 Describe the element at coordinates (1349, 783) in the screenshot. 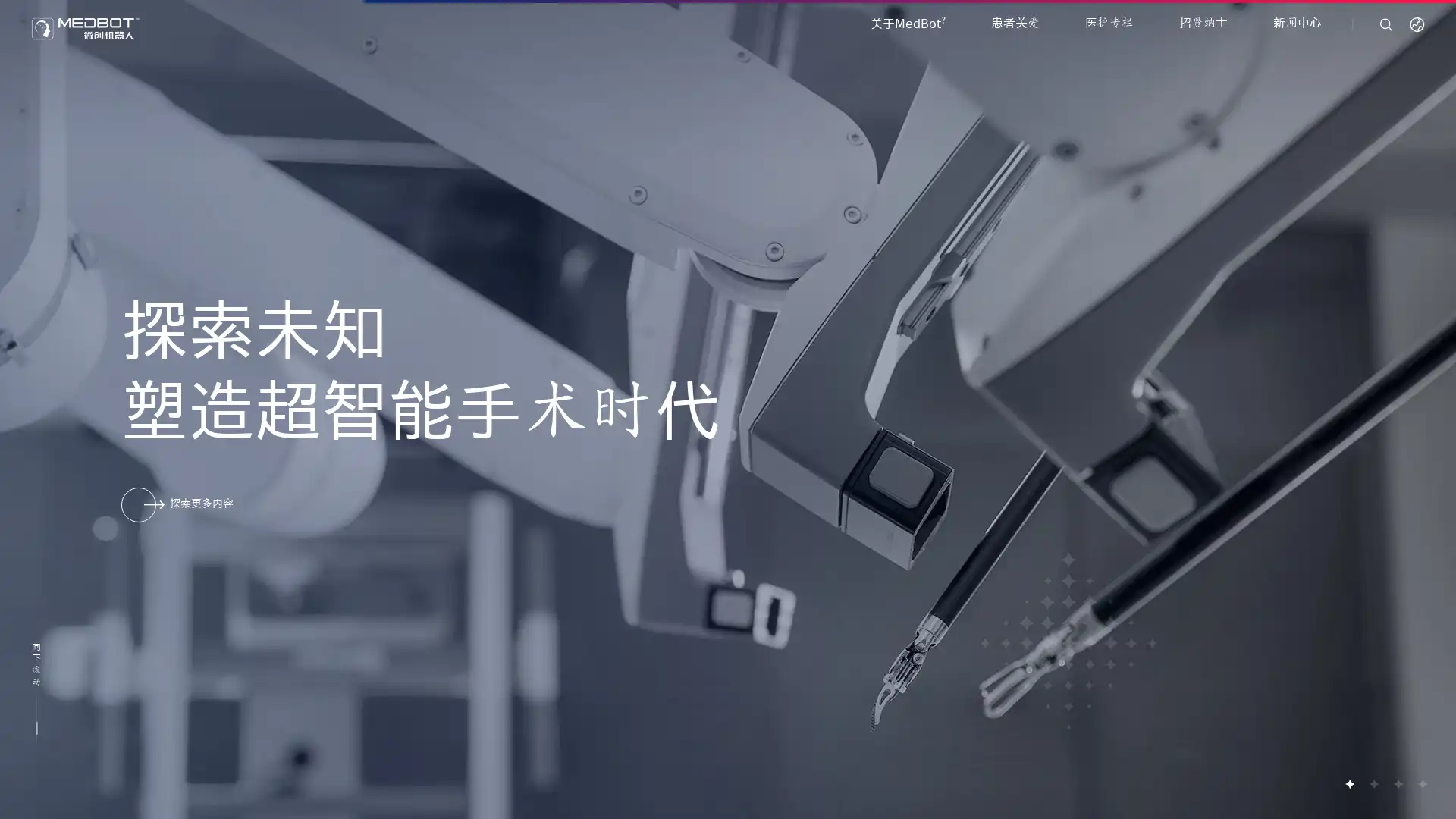

I see `Go to slide 1` at that location.